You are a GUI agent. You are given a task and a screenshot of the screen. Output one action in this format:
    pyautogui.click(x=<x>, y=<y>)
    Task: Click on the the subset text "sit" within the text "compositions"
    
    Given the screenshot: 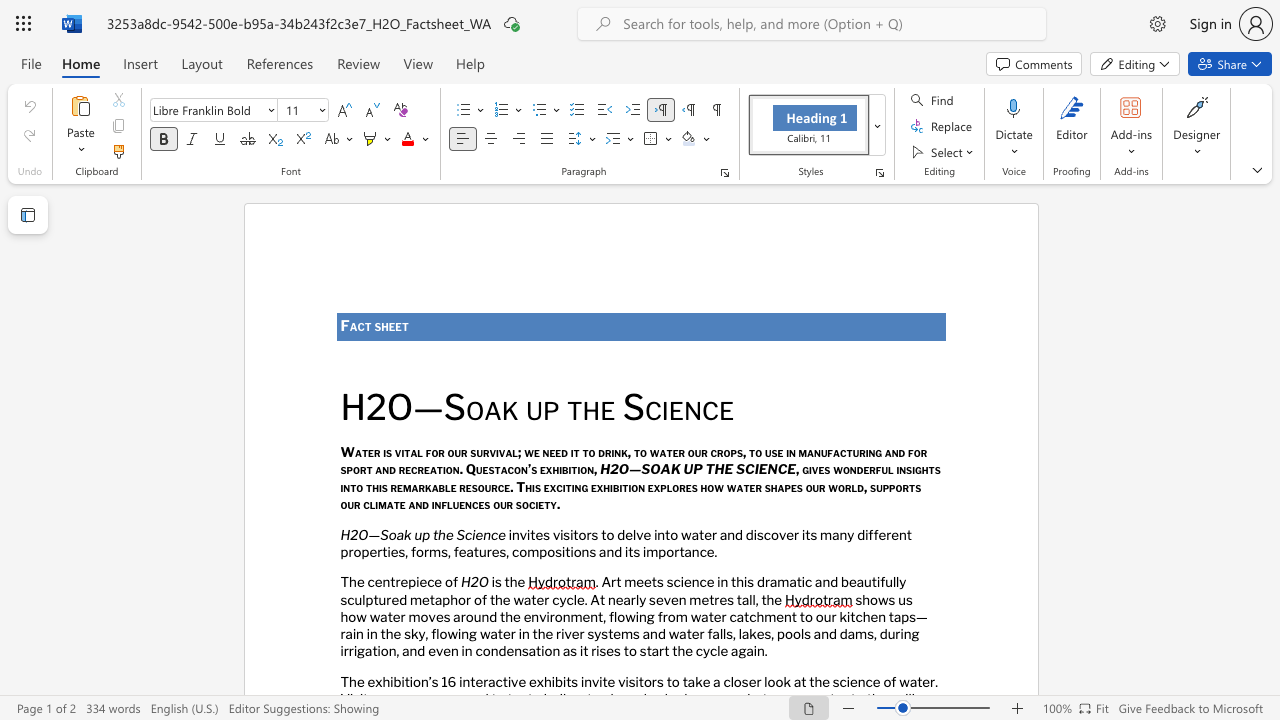 What is the action you would take?
    pyautogui.click(x=555, y=551)
    